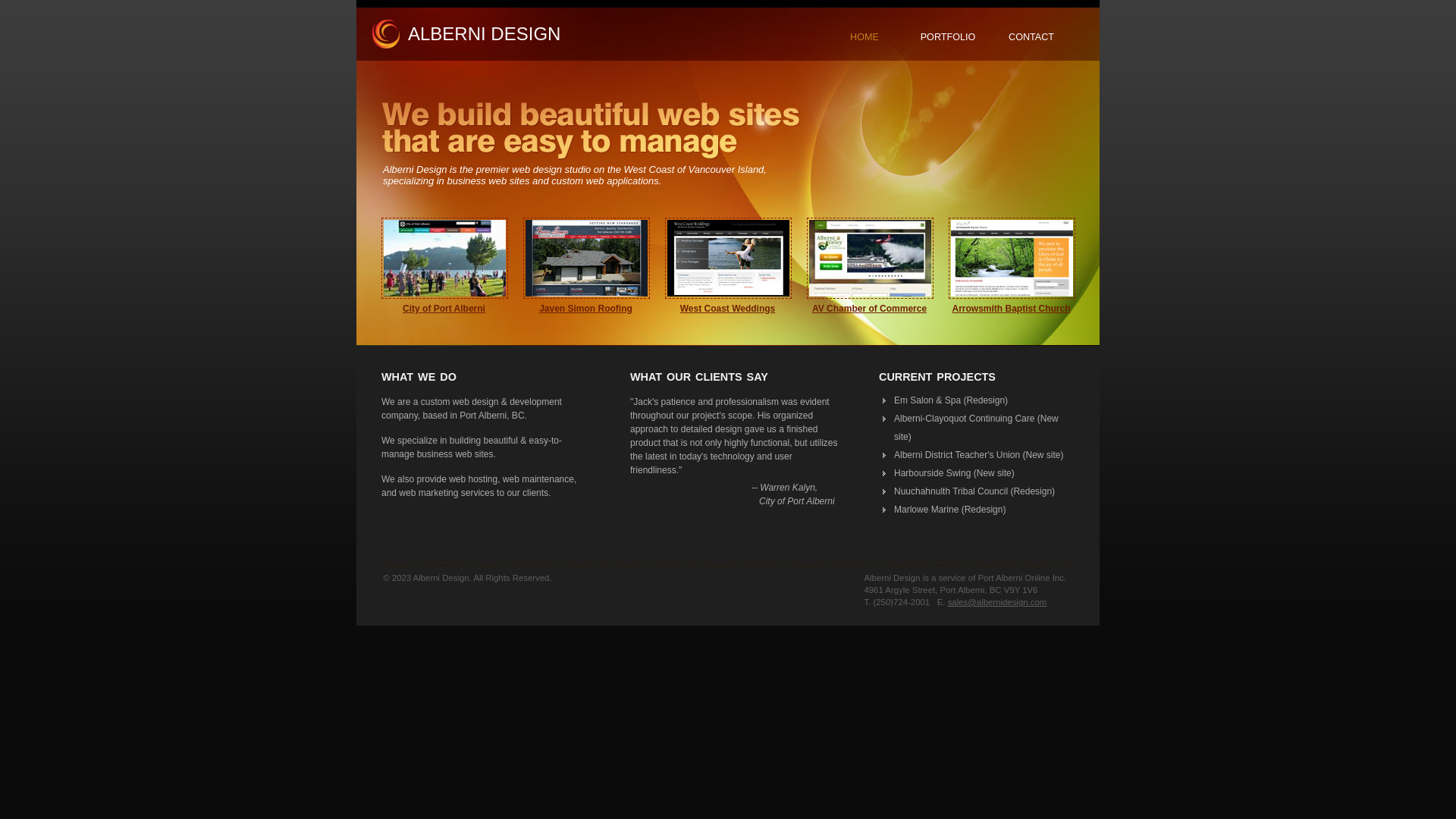 The width and height of the screenshot is (1456, 819). What do you see at coordinates (997, 601) in the screenshot?
I see `'sales@albernidesign.com'` at bounding box center [997, 601].